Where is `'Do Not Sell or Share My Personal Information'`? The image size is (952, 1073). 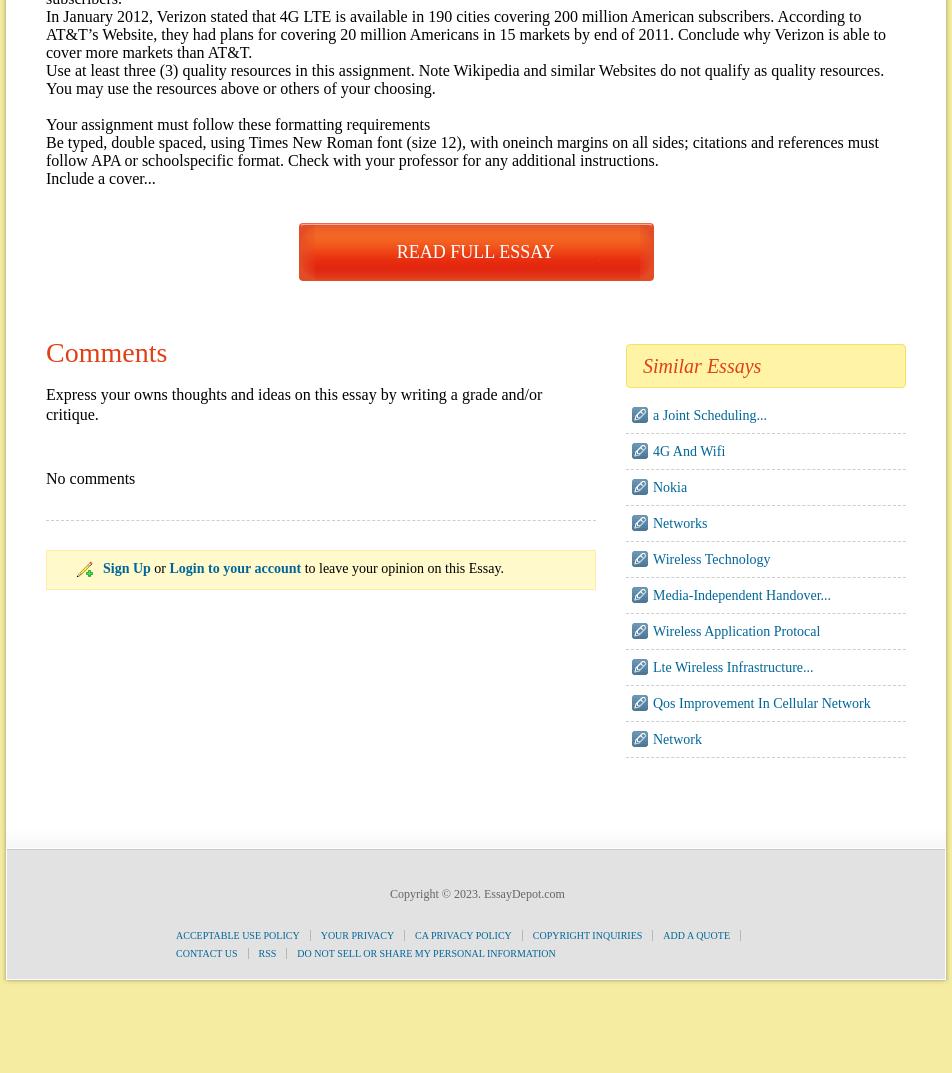
'Do Not Sell or Share My Personal Information' is located at coordinates (426, 953).